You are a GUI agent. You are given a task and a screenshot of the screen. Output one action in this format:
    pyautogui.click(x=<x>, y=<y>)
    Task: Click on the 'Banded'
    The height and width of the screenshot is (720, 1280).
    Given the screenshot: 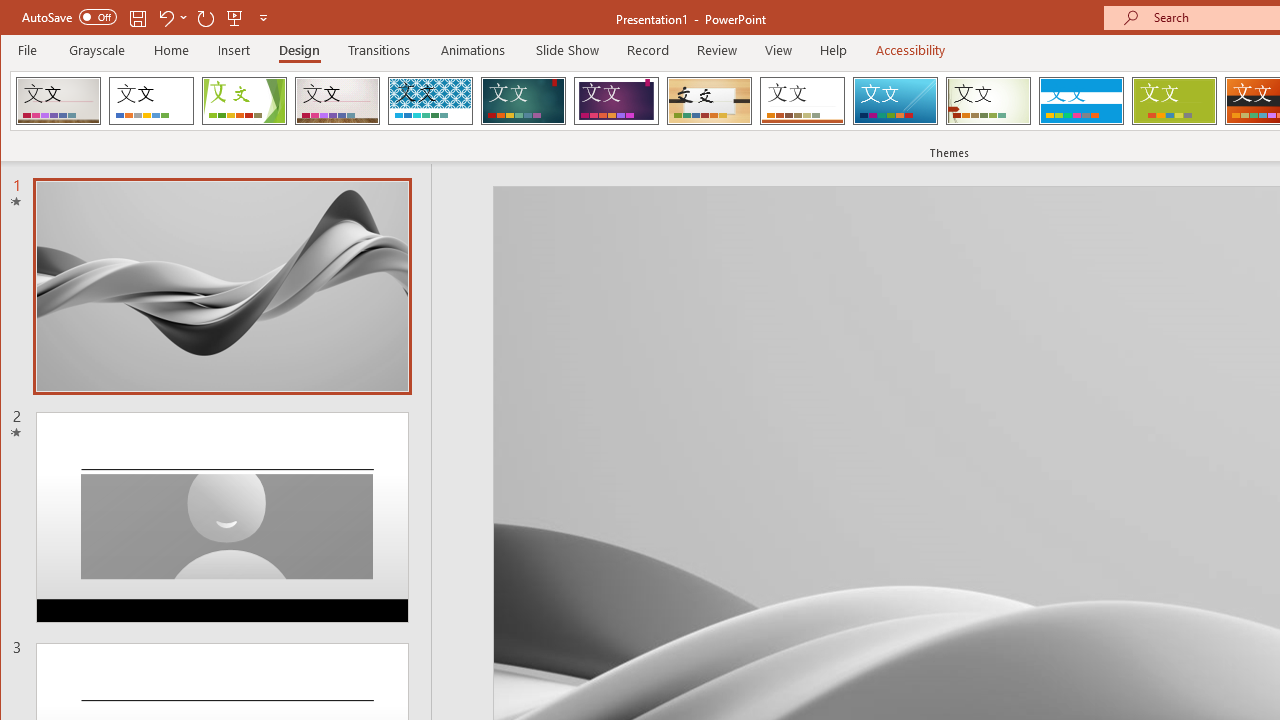 What is the action you would take?
    pyautogui.click(x=1080, y=100)
    